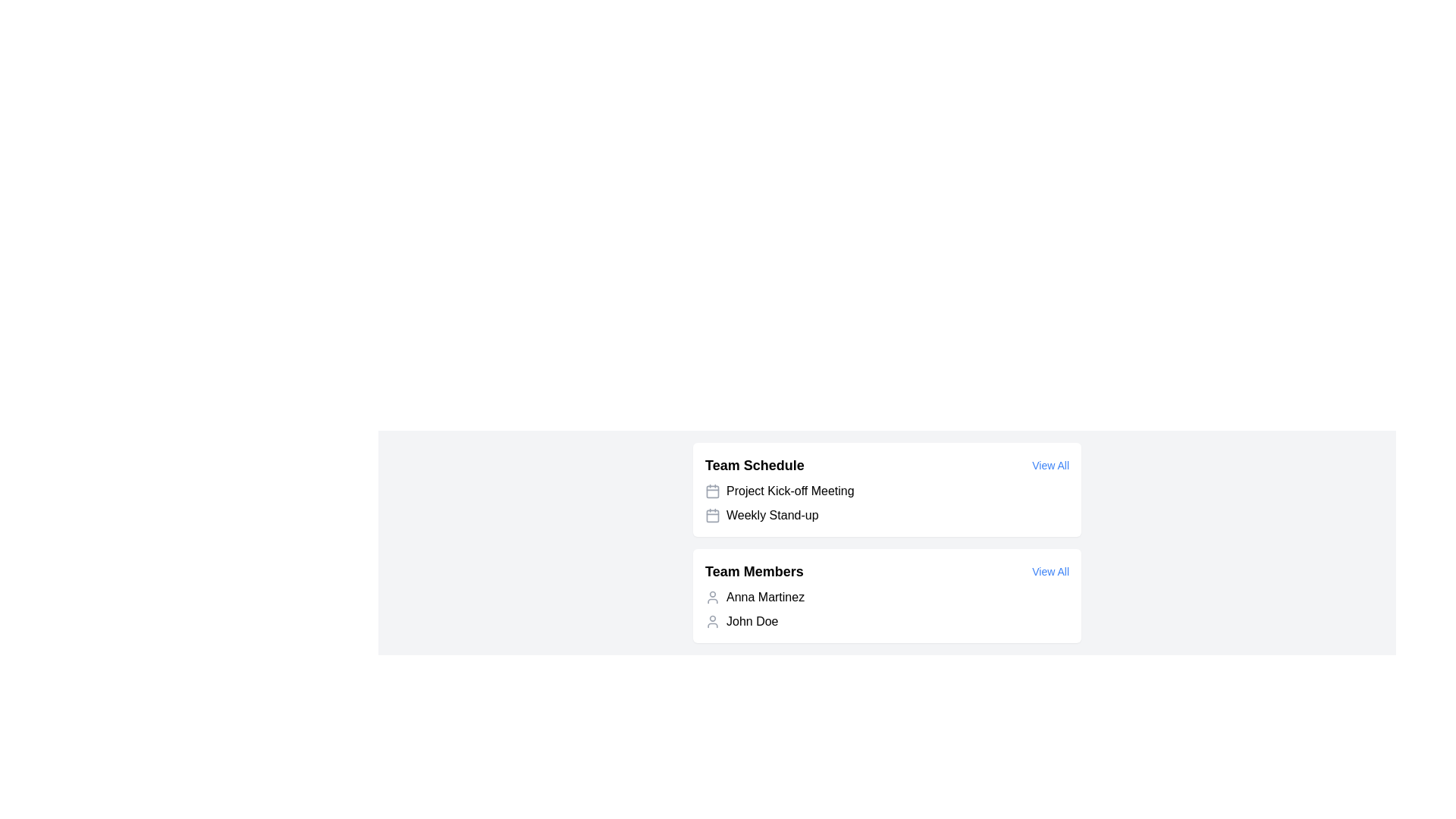  I want to click on the first label in the 'Team Schedule' section, so click(789, 491).